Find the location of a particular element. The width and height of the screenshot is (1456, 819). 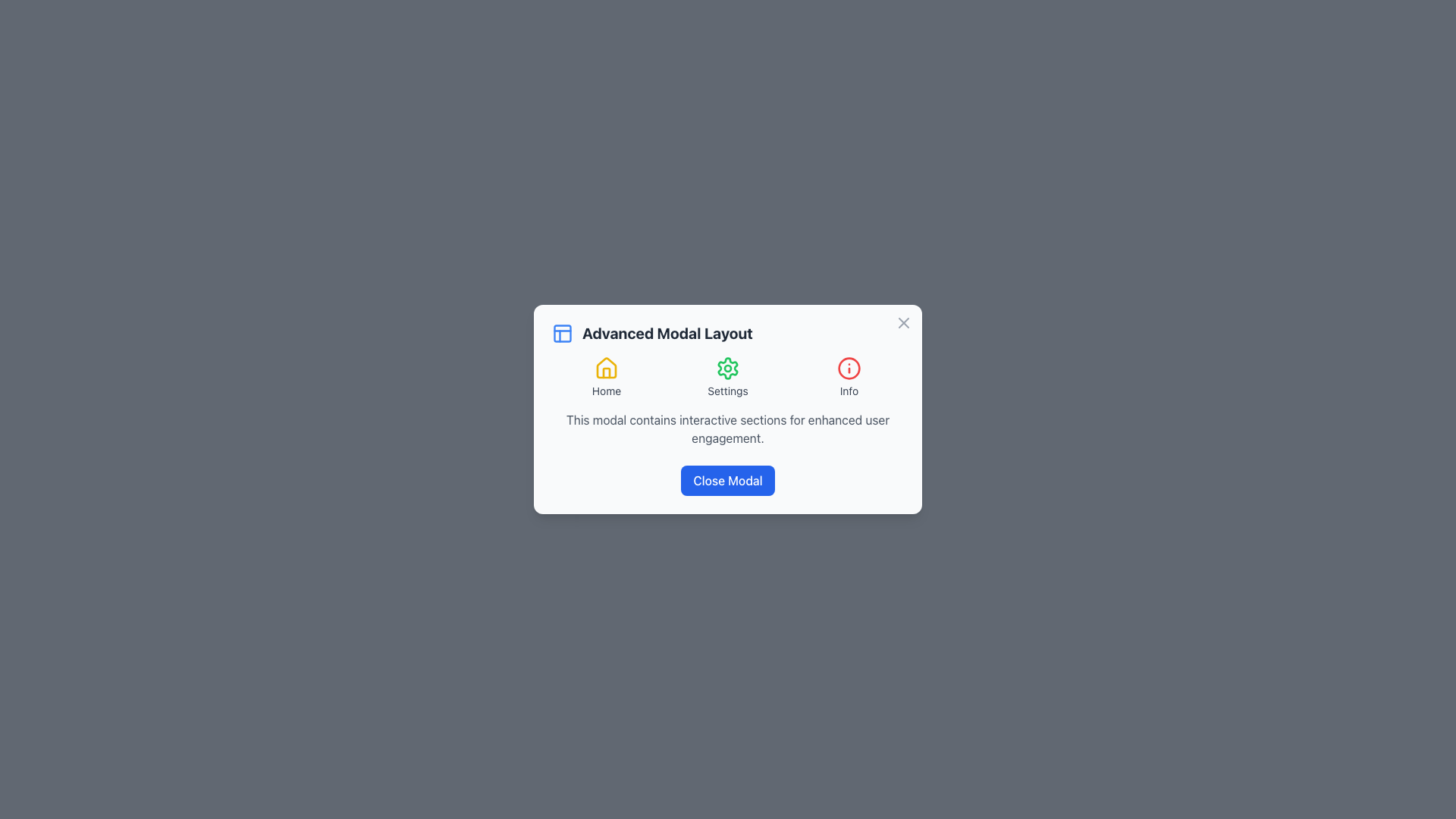

the prominent text label 'Advanced Modal Layout' with an icon, located centrally in the modal's header is located at coordinates (728, 332).